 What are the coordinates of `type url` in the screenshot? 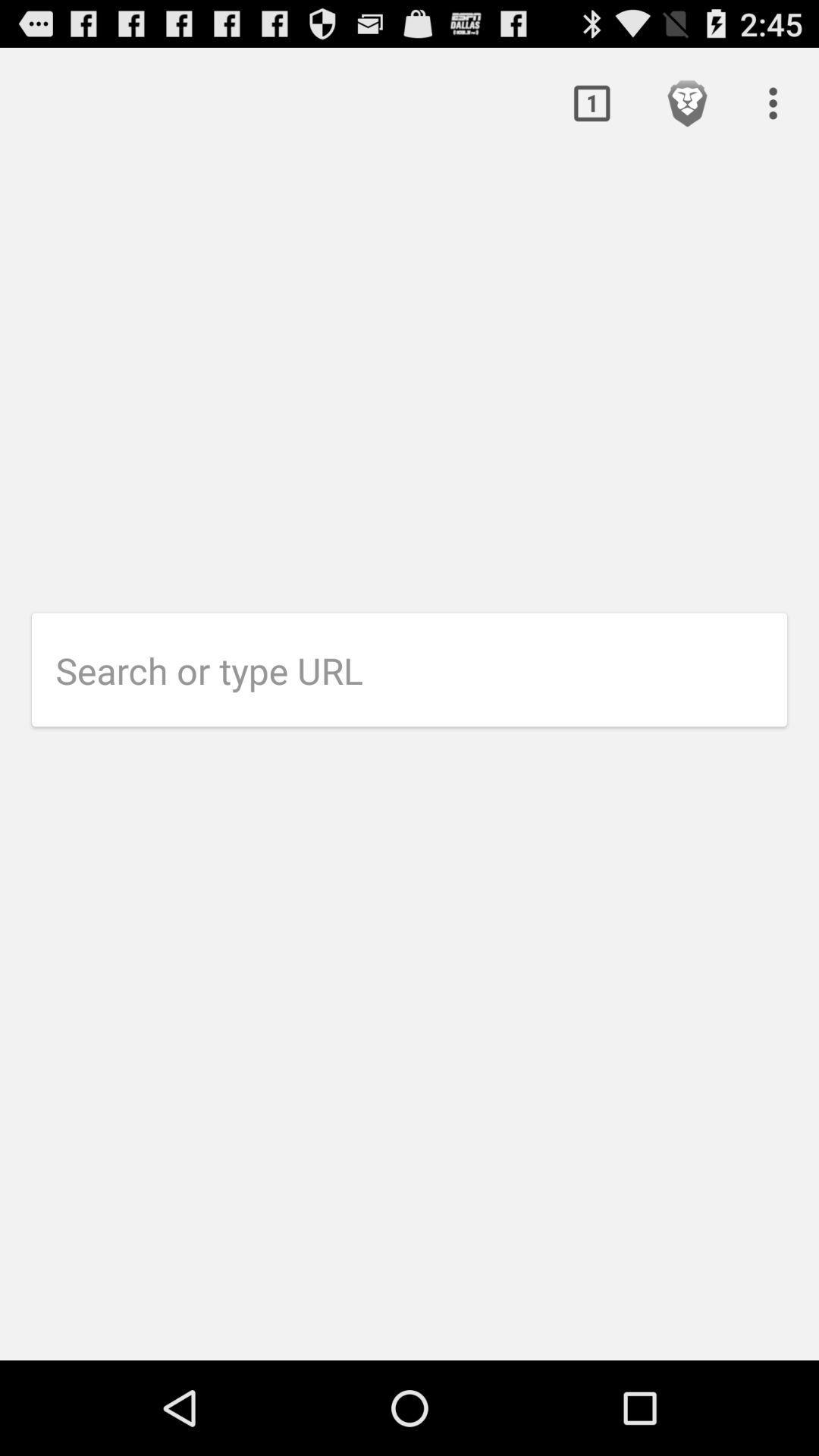 It's located at (421, 670).